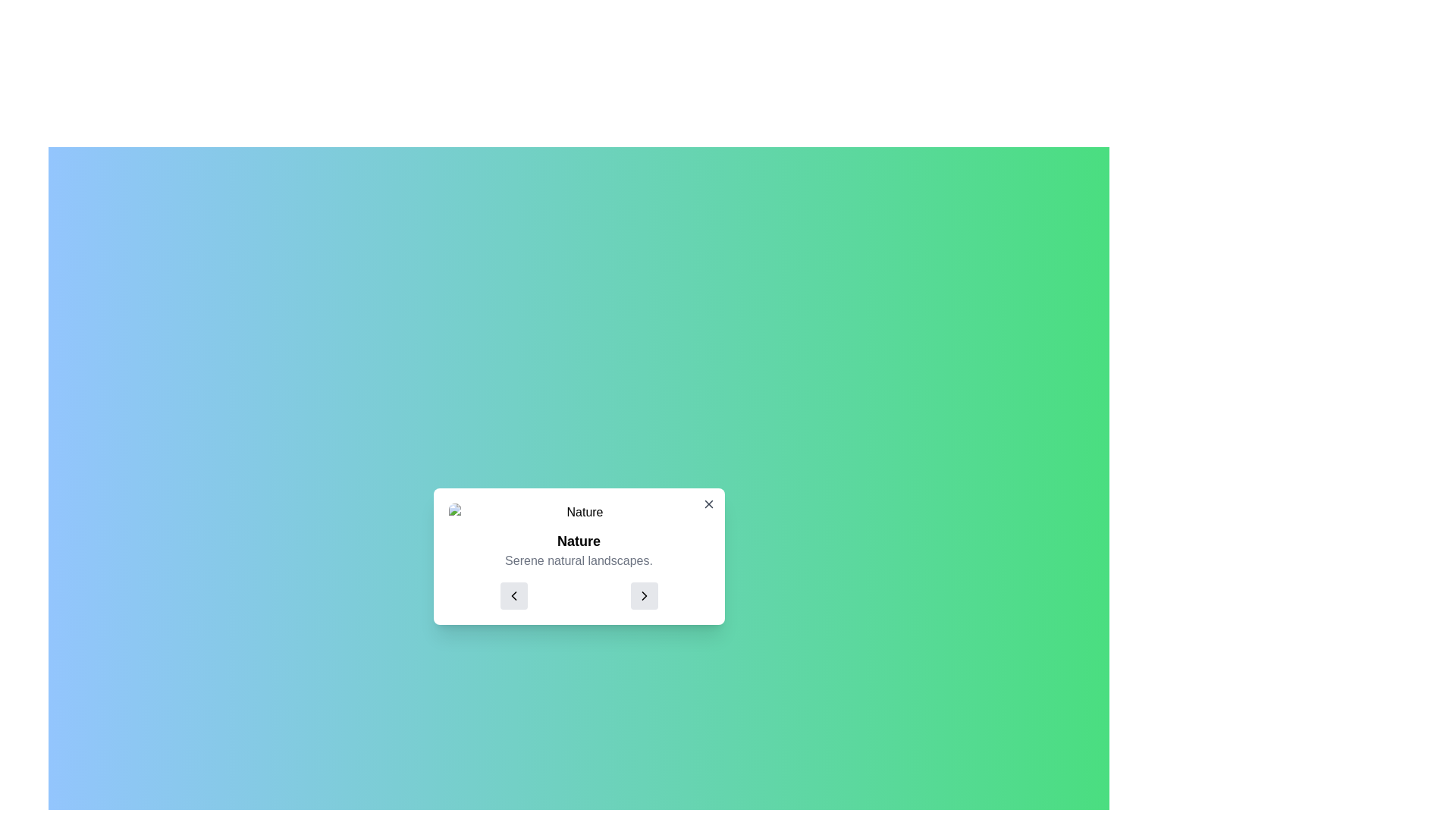 Image resolution: width=1456 pixels, height=819 pixels. I want to click on the navigation icon located at the bottom-right corner of the modal dialog, so click(644, 595).